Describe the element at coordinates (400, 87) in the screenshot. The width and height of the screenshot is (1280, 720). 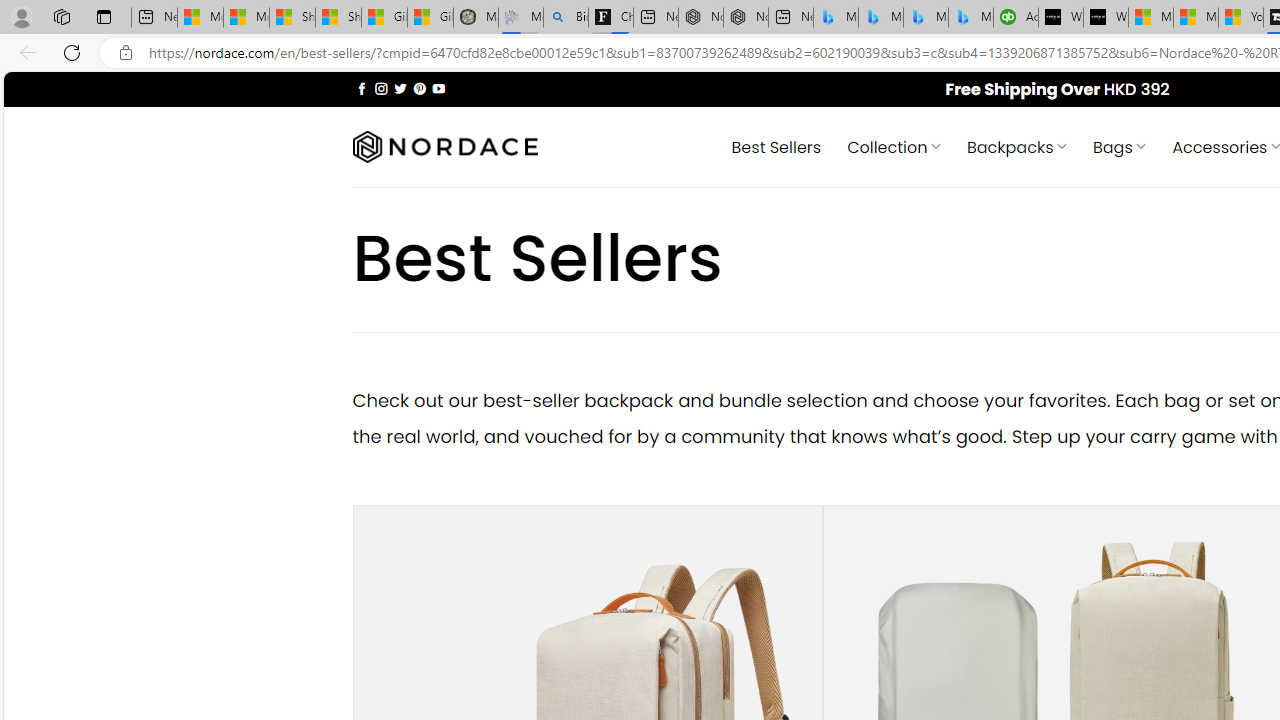
I see `'Follow on Twitter'` at that location.